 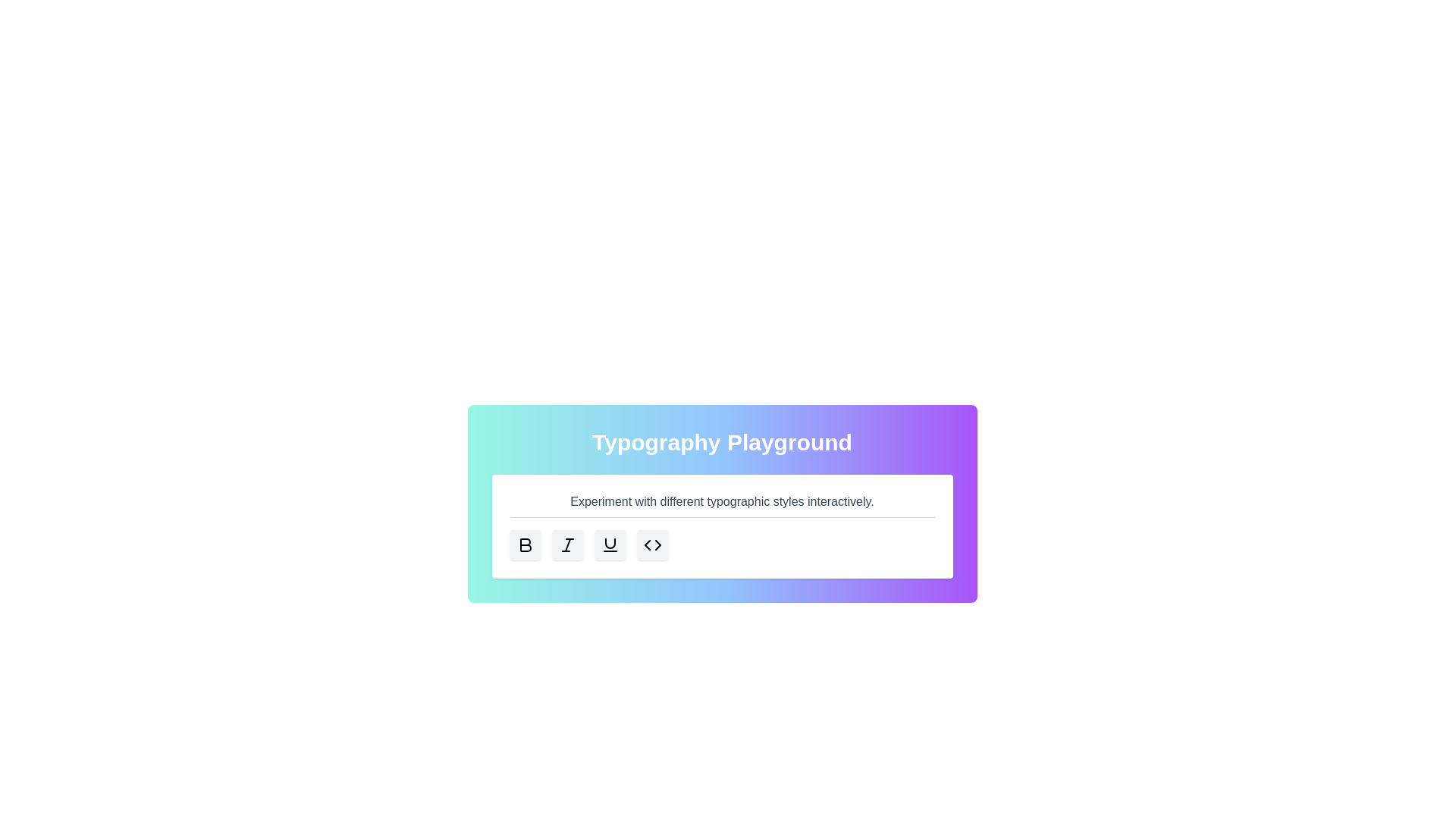 What do you see at coordinates (610, 544) in the screenshot?
I see `the third button in the toolbar to apply the underline style to the selected text in the text editor` at bounding box center [610, 544].